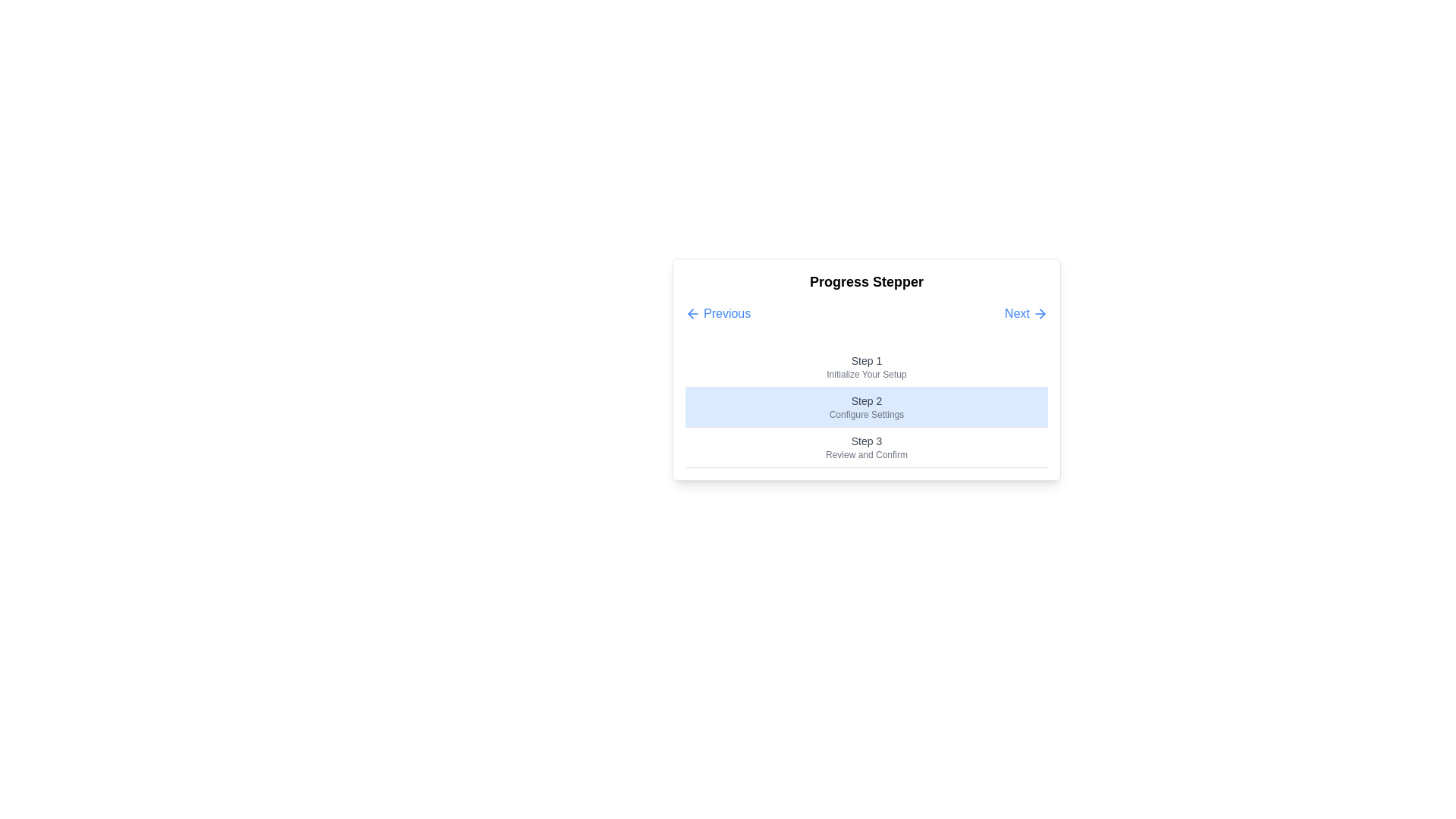  Describe the element at coordinates (866, 367) in the screenshot. I see `the 'Step 1' text block, which is a centered two-line text indicator styled in gray, positioned above 'Step 2: Configure Settings'` at that location.